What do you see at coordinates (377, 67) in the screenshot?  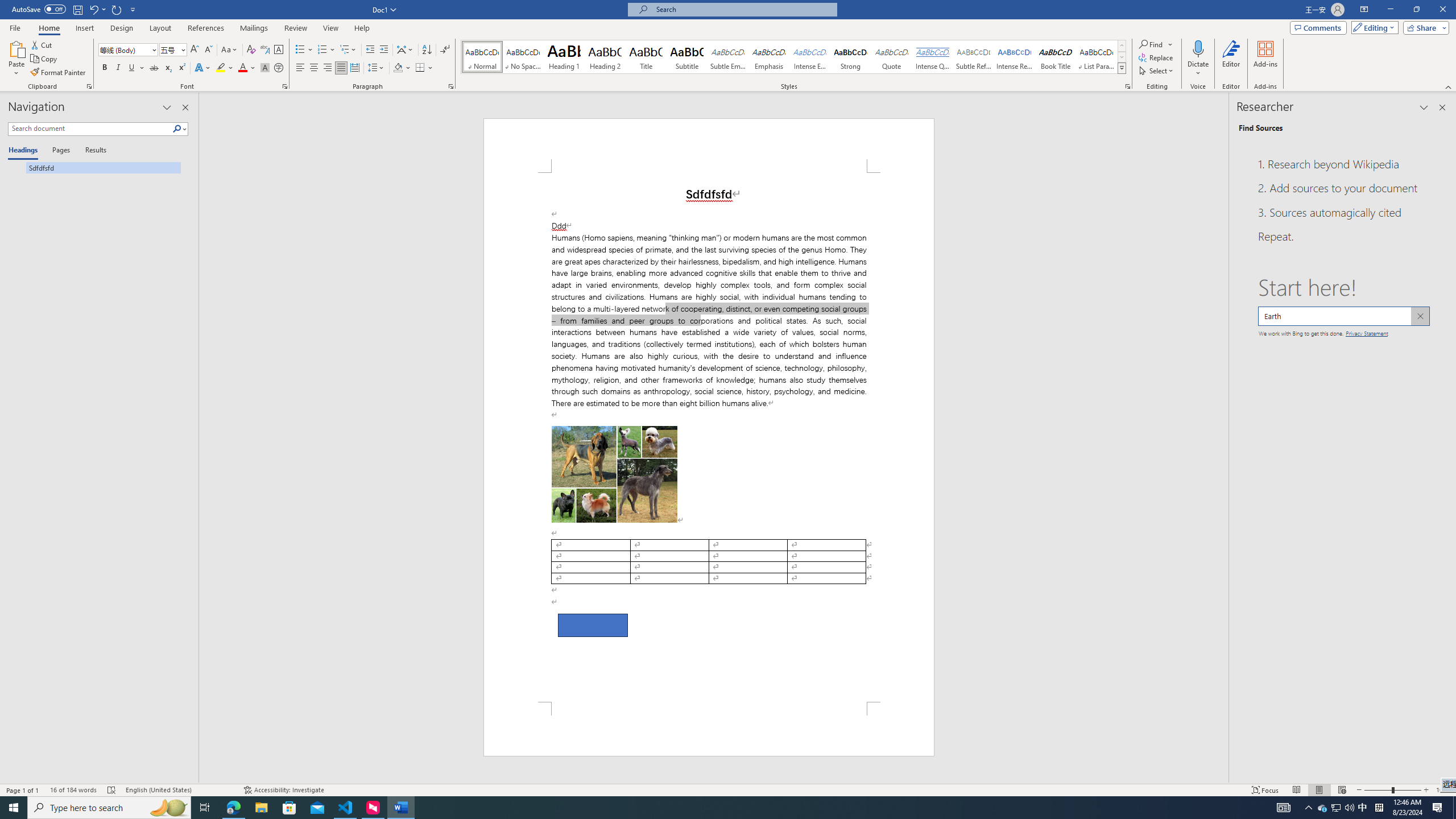 I see `'Line and Paragraph Spacing'` at bounding box center [377, 67].